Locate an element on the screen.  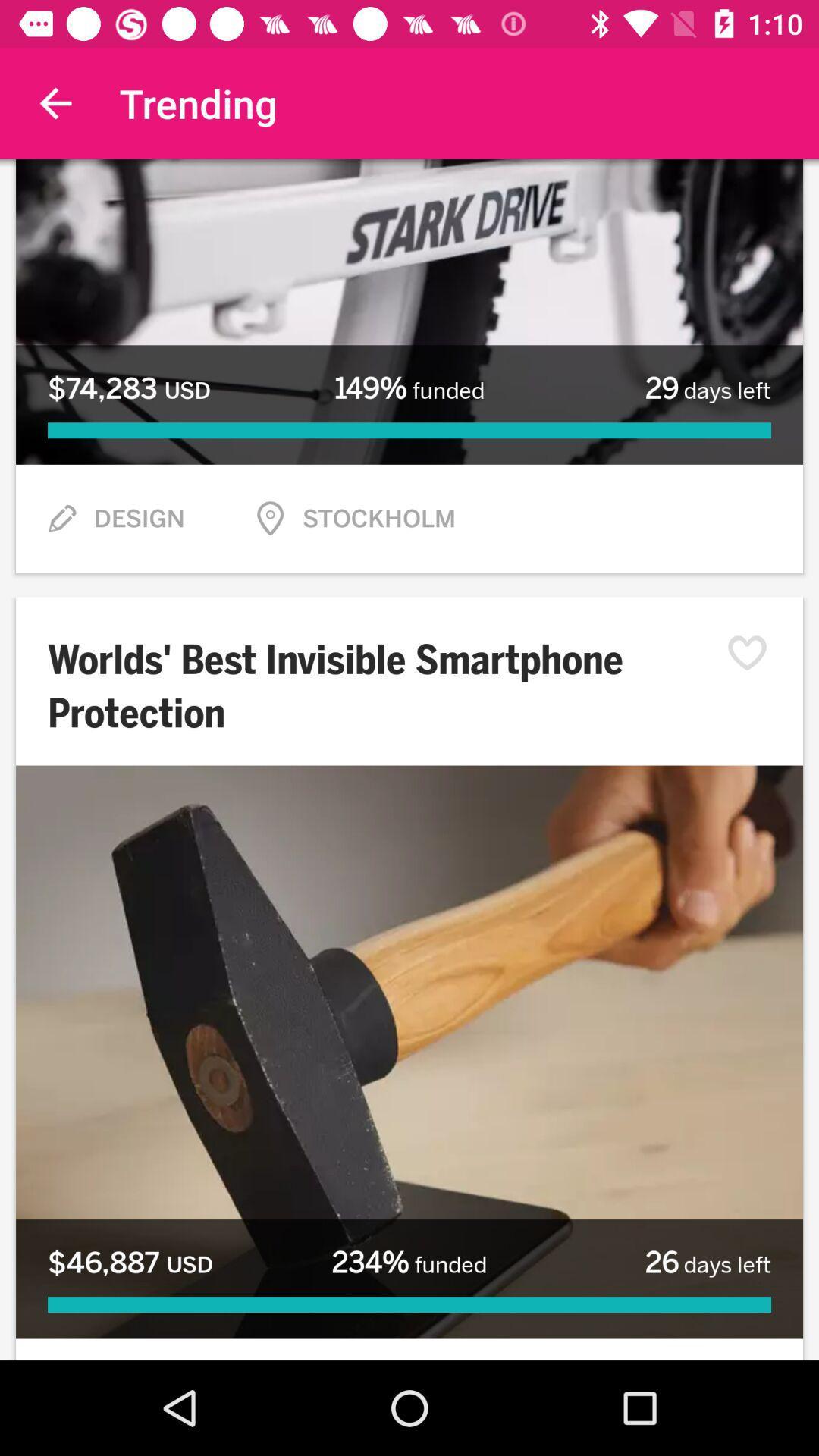
the item above the worlds best invisible is located at coordinates (61, 519).